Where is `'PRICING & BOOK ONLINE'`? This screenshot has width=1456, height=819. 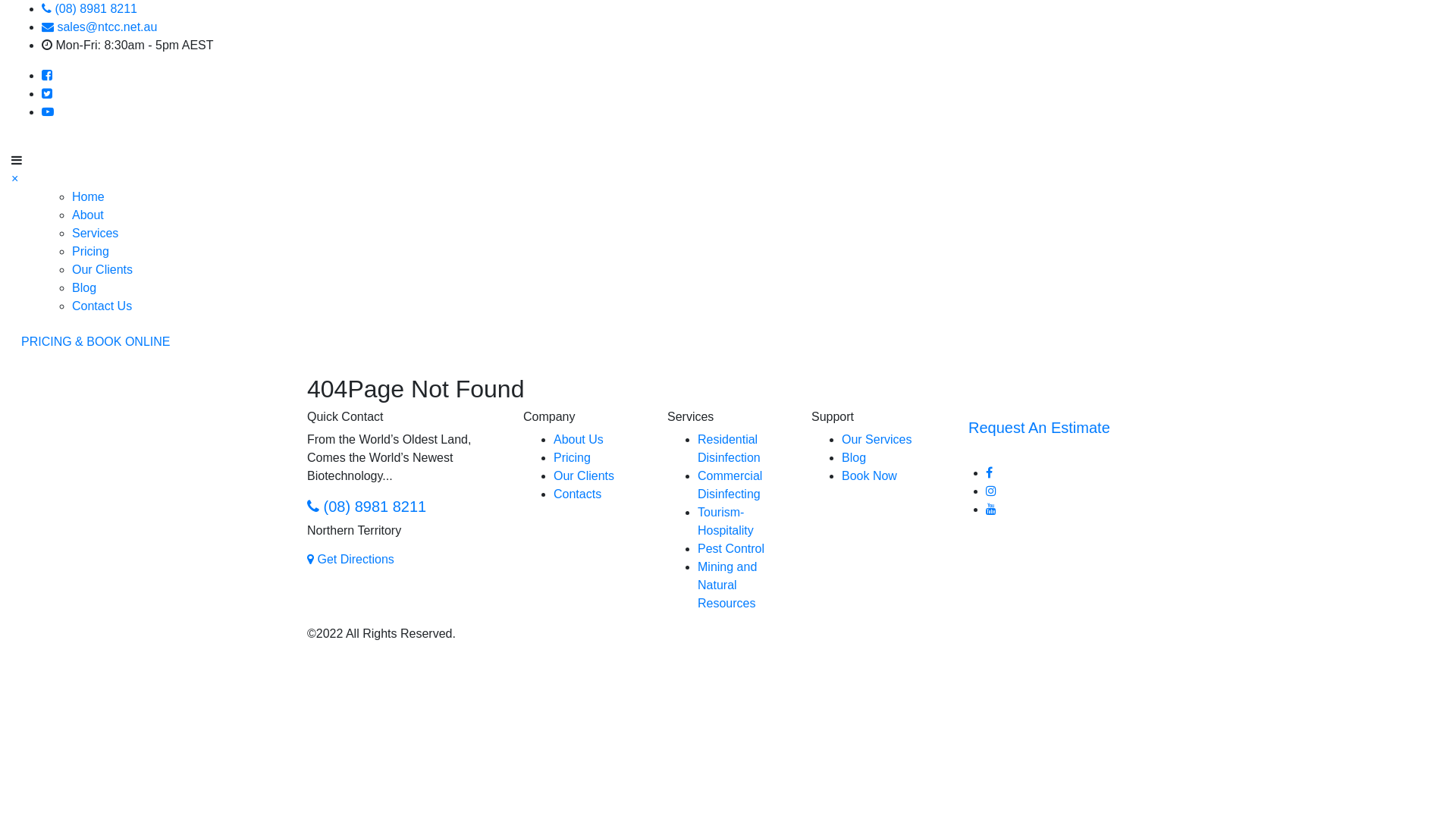
'PRICING & BOOK ONLINE' is located at coordinates (11, 342).